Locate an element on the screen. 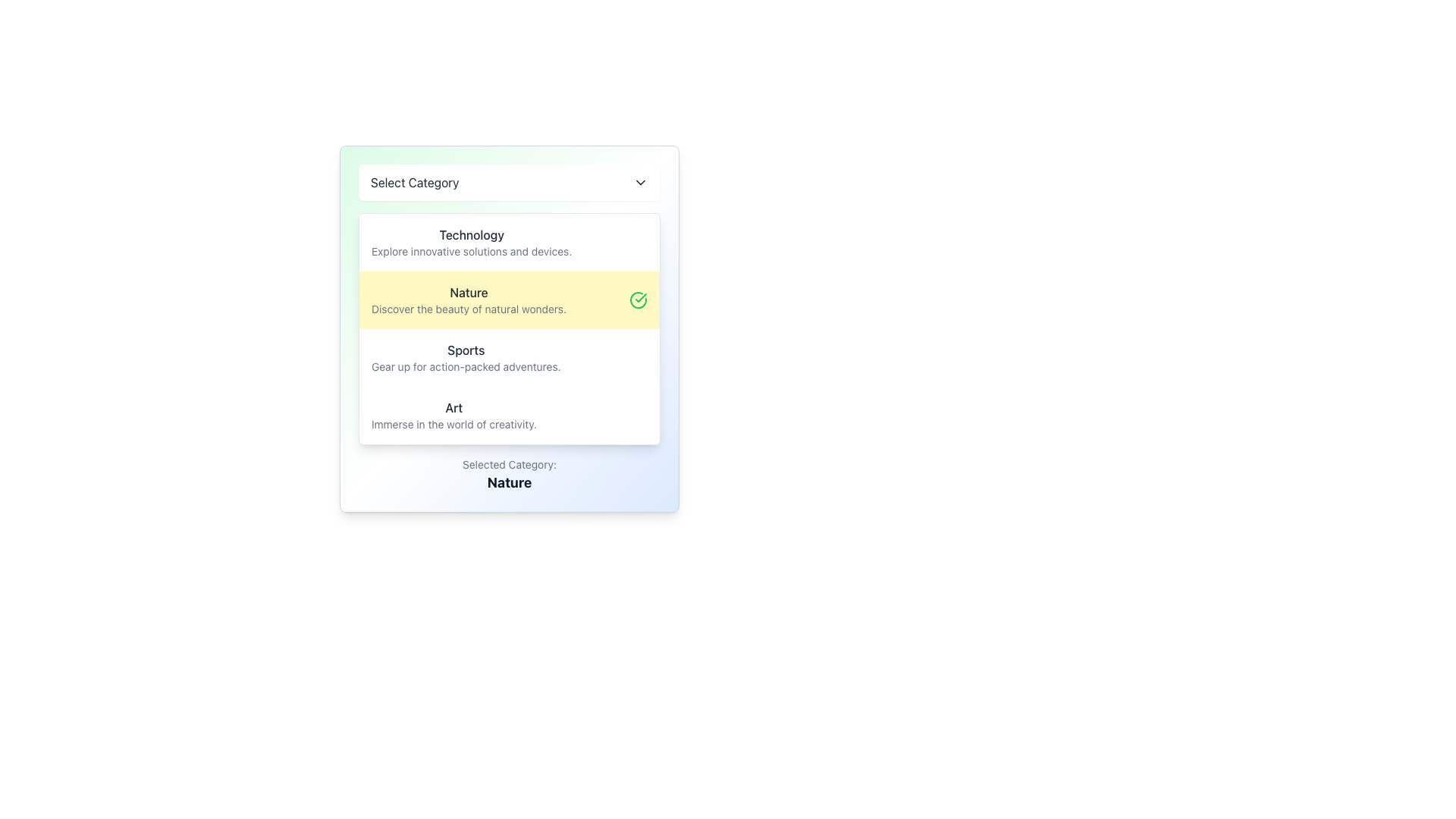 This screenshot has width=1456, height=819. the descriptive text label located directly below the 'Nature' category in the dropdown list under 'Select Category' is located at coordinates (468, 309).